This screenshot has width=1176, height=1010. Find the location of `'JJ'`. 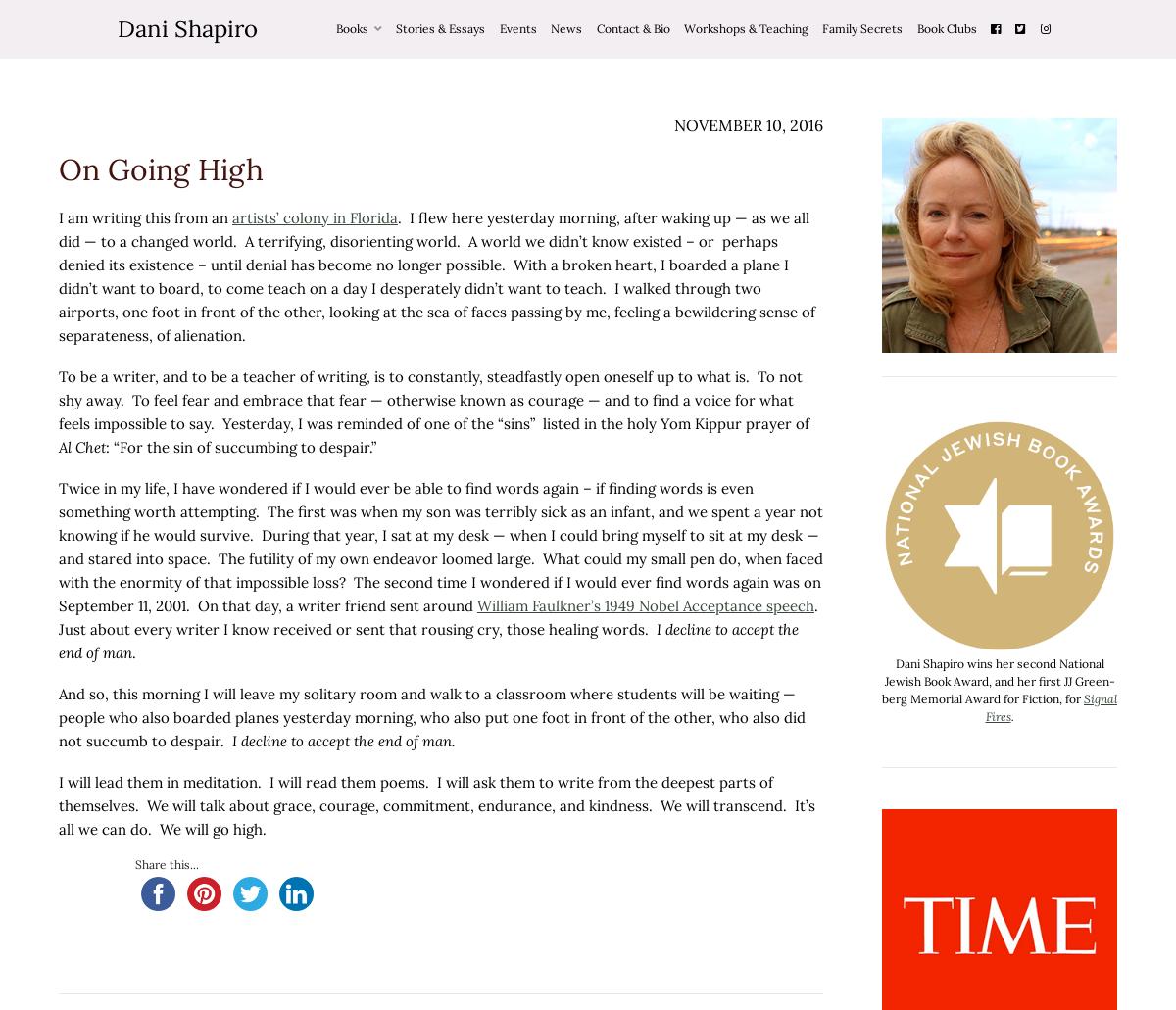

'JJ' is located at coordinates (1062, 681).